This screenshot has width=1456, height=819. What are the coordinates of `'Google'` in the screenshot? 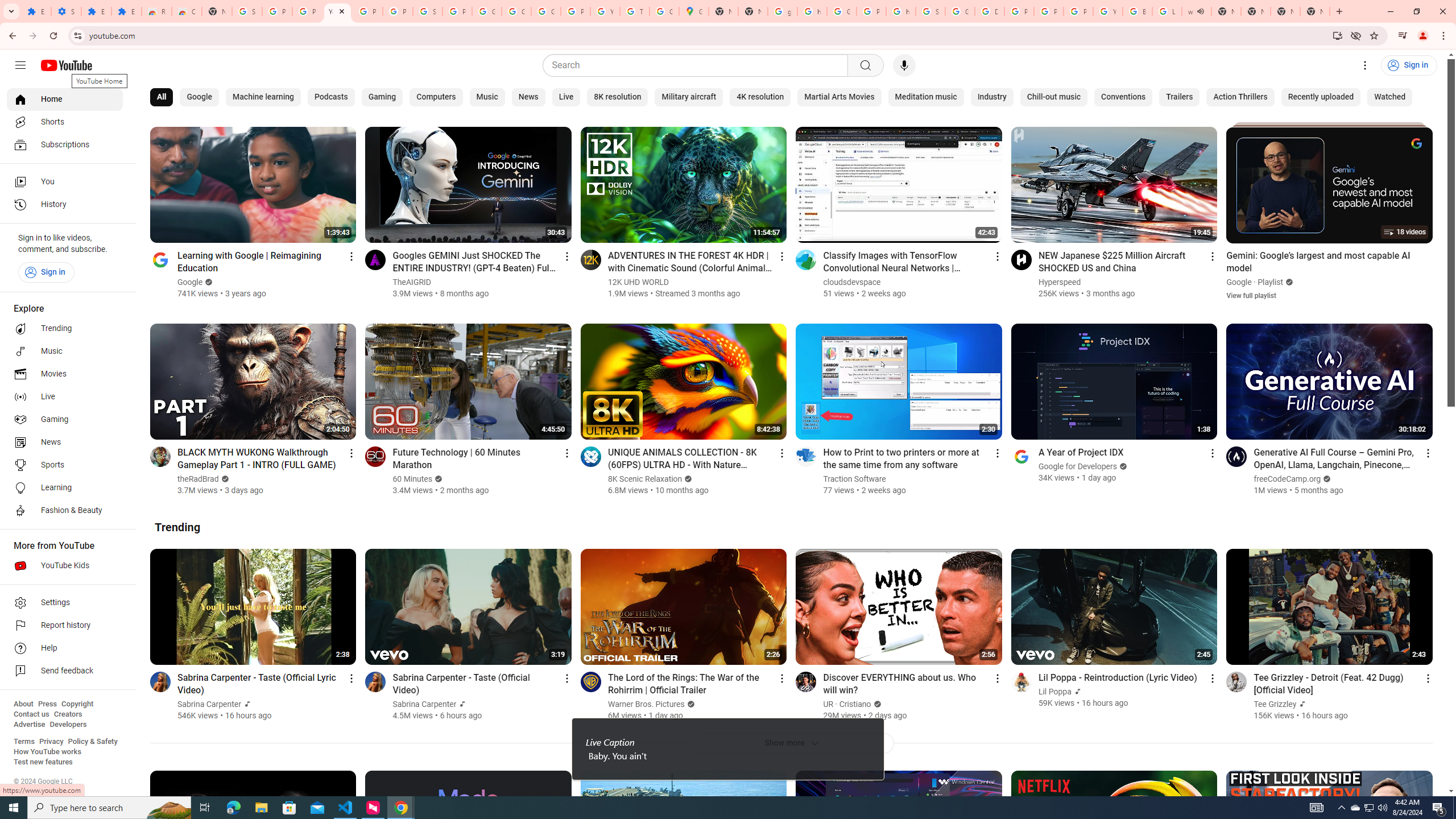 It's located at (198, 97).